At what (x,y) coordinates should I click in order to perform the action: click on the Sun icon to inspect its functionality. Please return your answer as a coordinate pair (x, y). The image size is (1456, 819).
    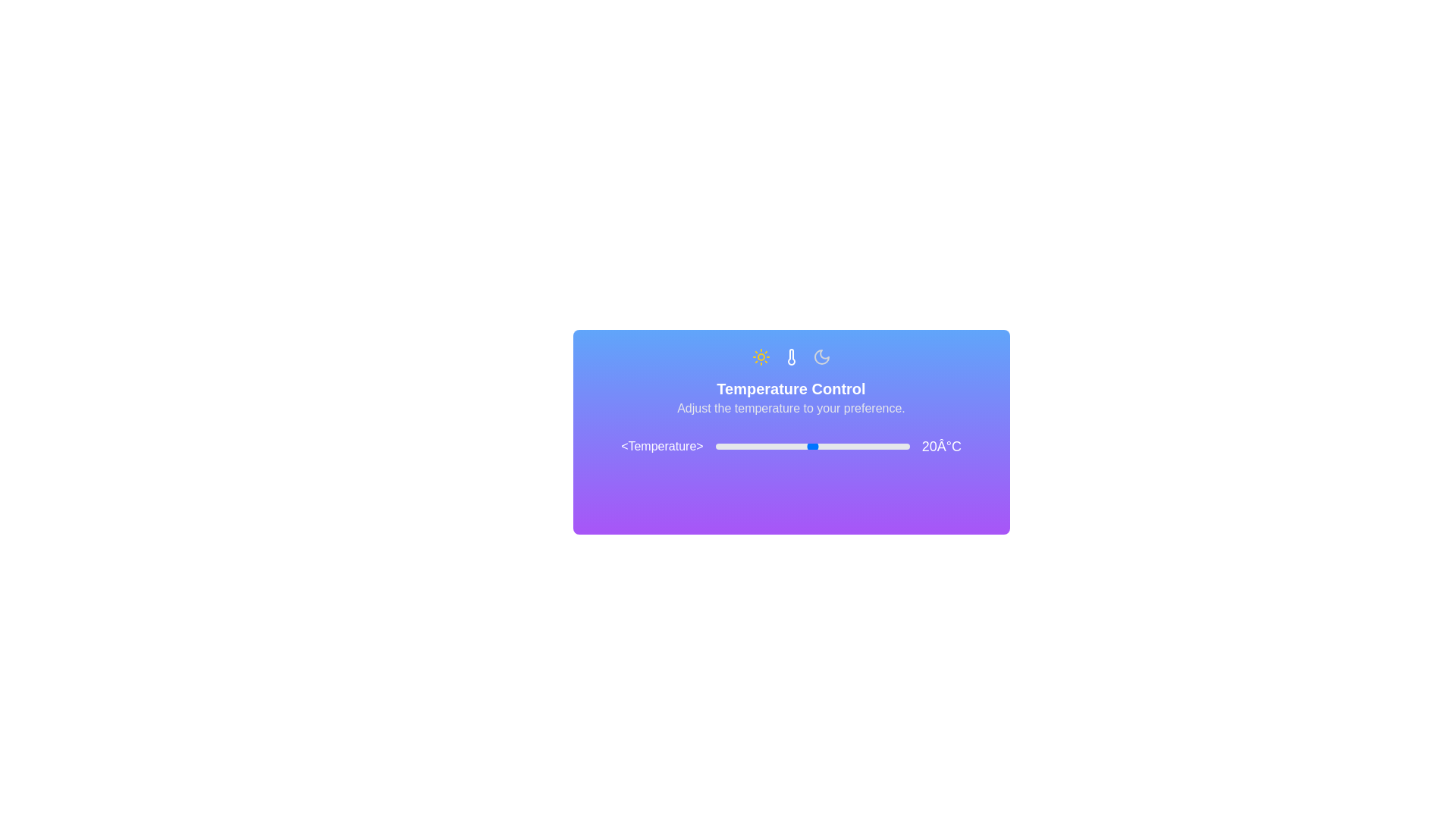
    Looking at the image, I should click on (761, 356).